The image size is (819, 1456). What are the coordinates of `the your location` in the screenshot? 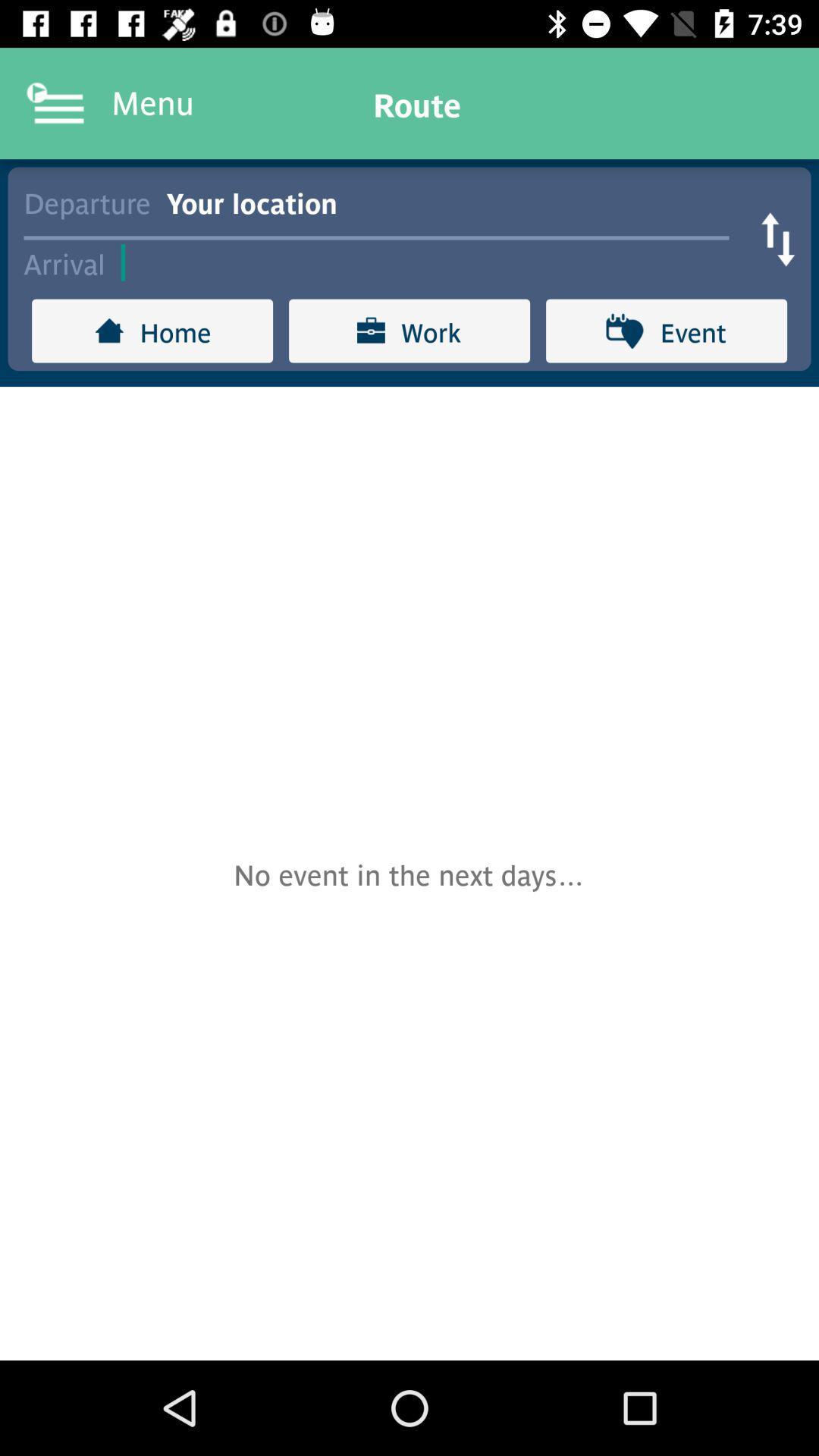 It's located at (455, 200).